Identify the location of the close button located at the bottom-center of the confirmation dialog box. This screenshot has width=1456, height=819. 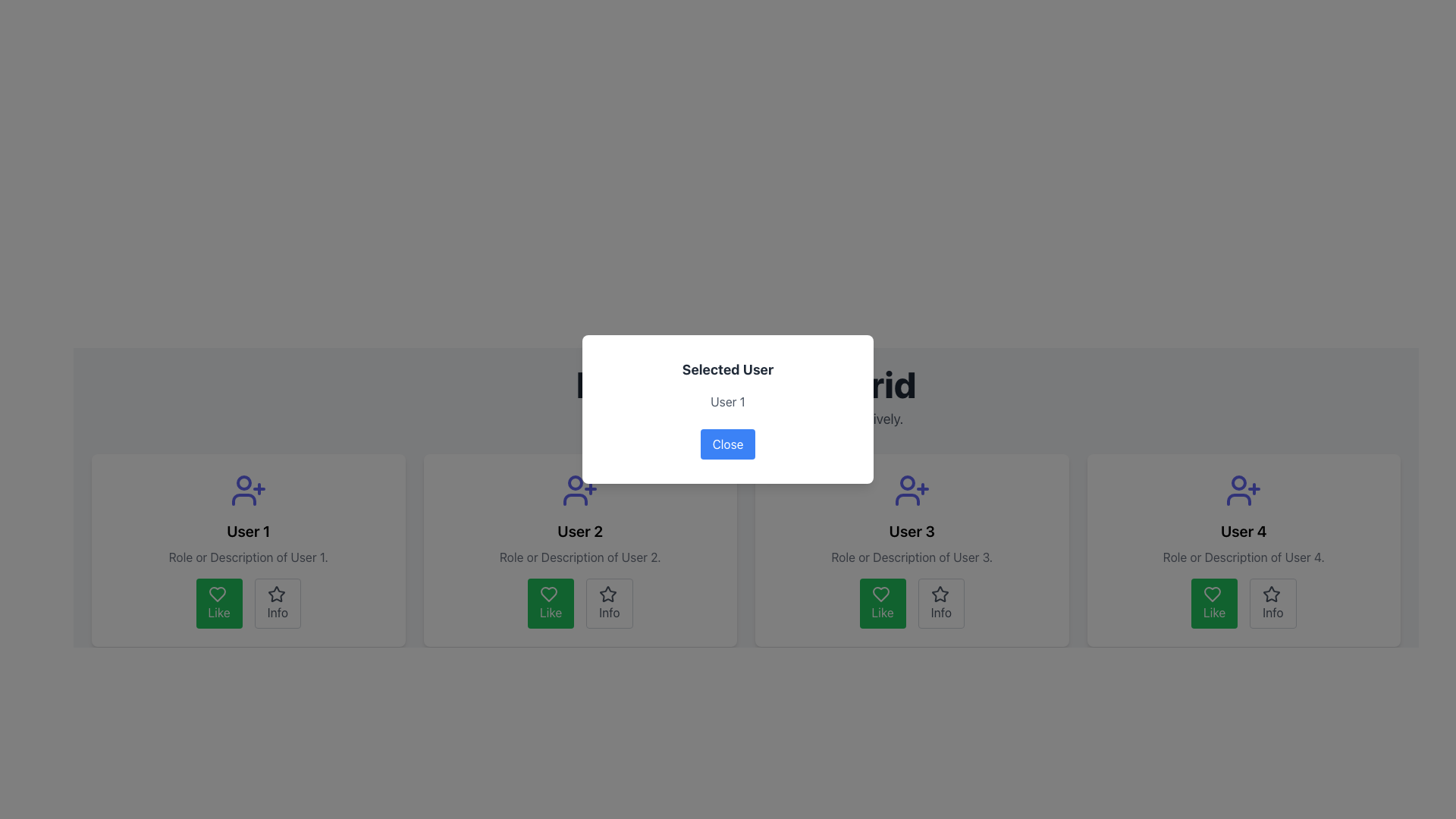
(728, 444).